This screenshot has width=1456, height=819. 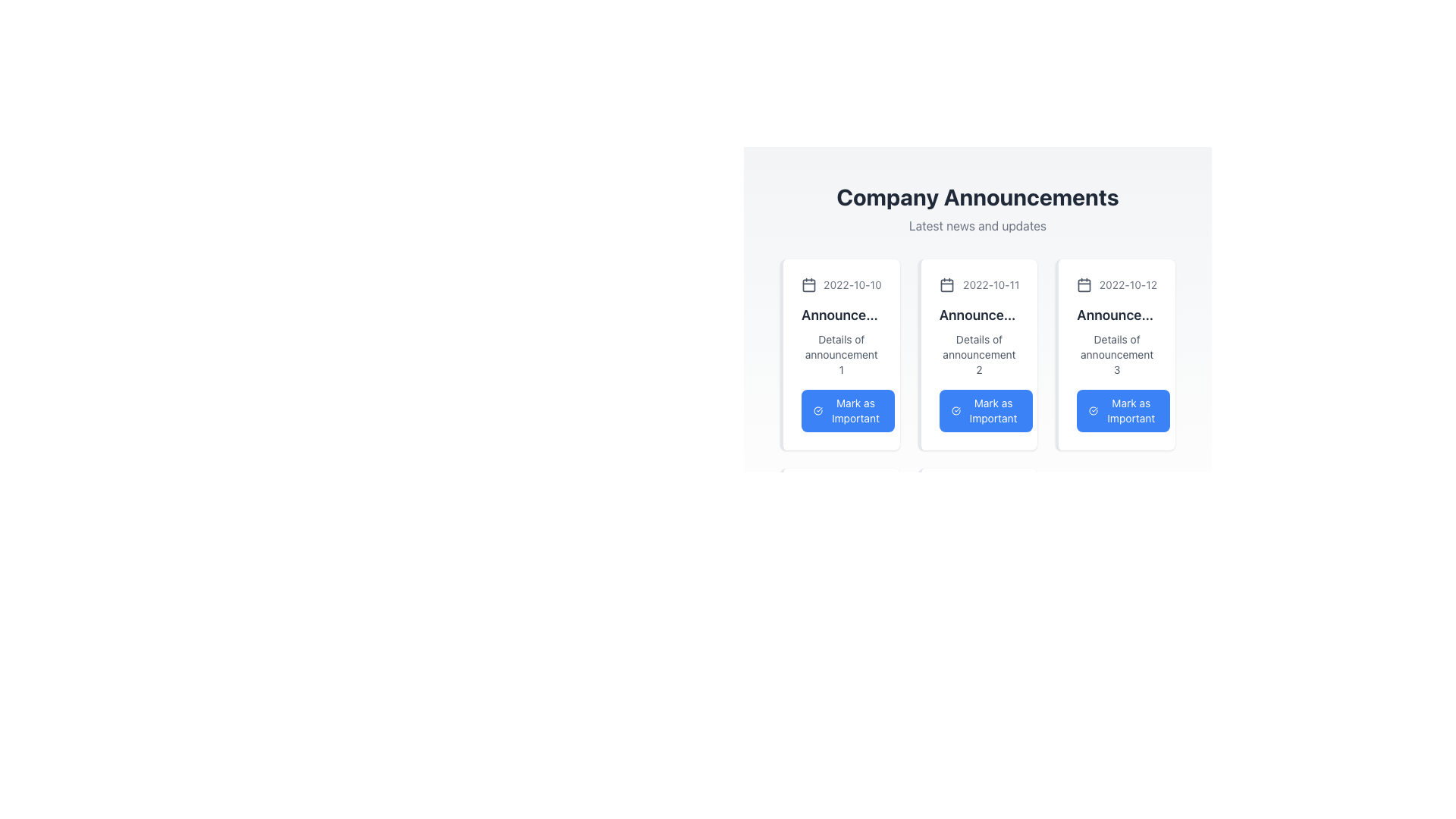 What do you see at coordinates (946, 284) in the screenshot?
I see `the calendar icon representing the date '2022-10-11' in the middle column of the announcements card` at bounding box center [946, 284].